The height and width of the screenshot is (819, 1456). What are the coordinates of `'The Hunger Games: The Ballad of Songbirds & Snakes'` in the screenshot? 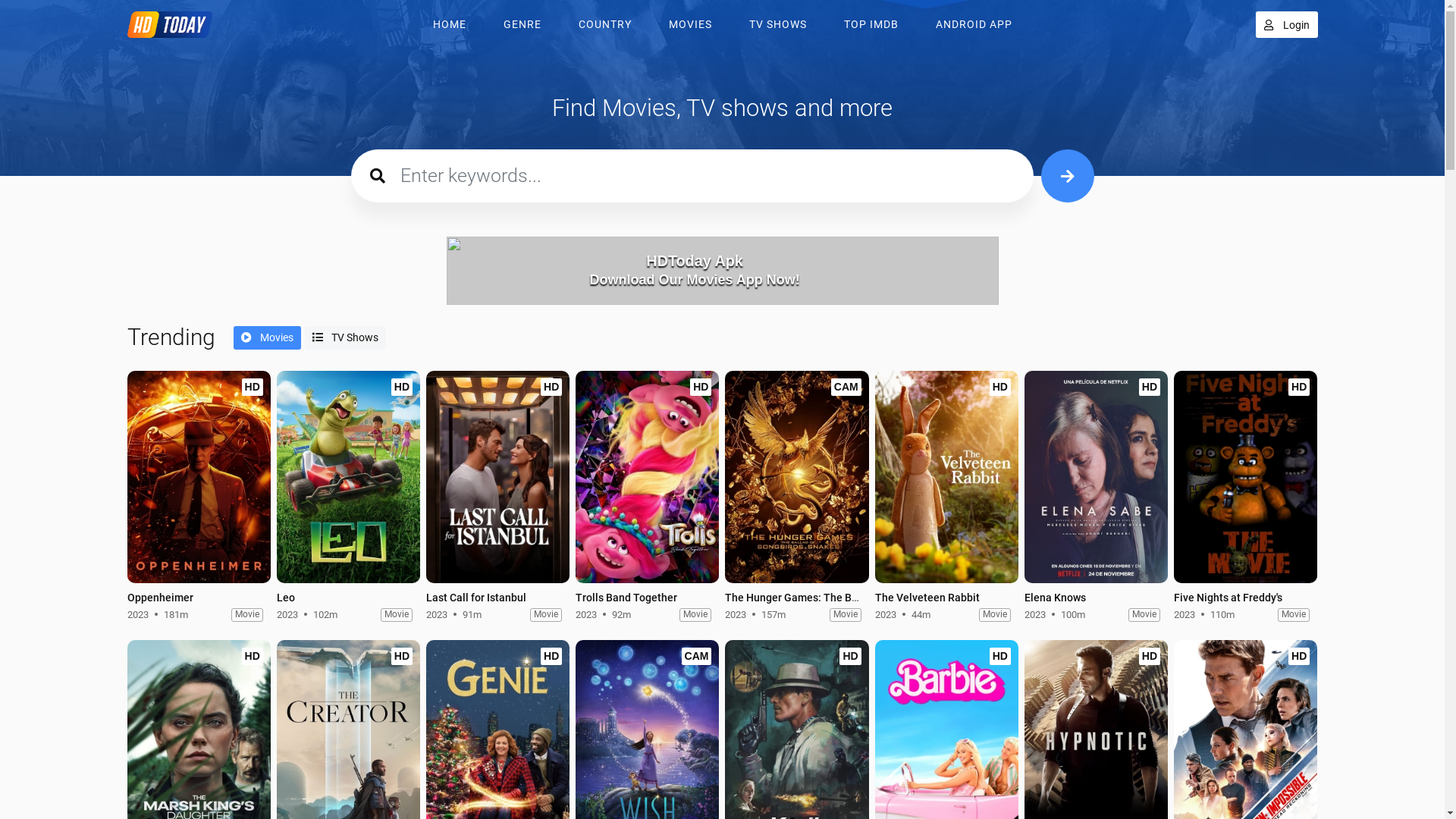 It's located at (795, 475).